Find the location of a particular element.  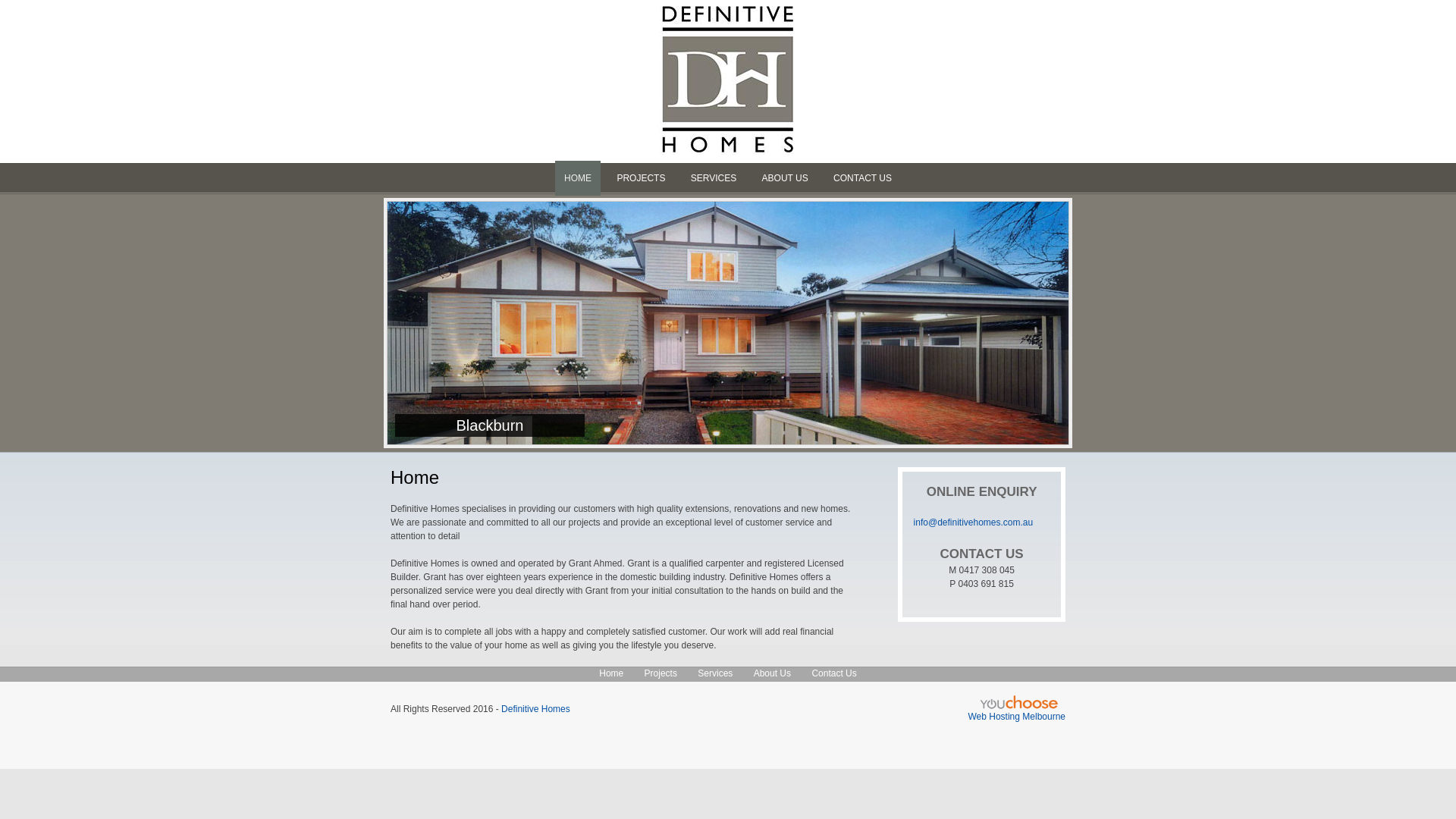

'ABOUT US' is located at coordinates (785, 177).